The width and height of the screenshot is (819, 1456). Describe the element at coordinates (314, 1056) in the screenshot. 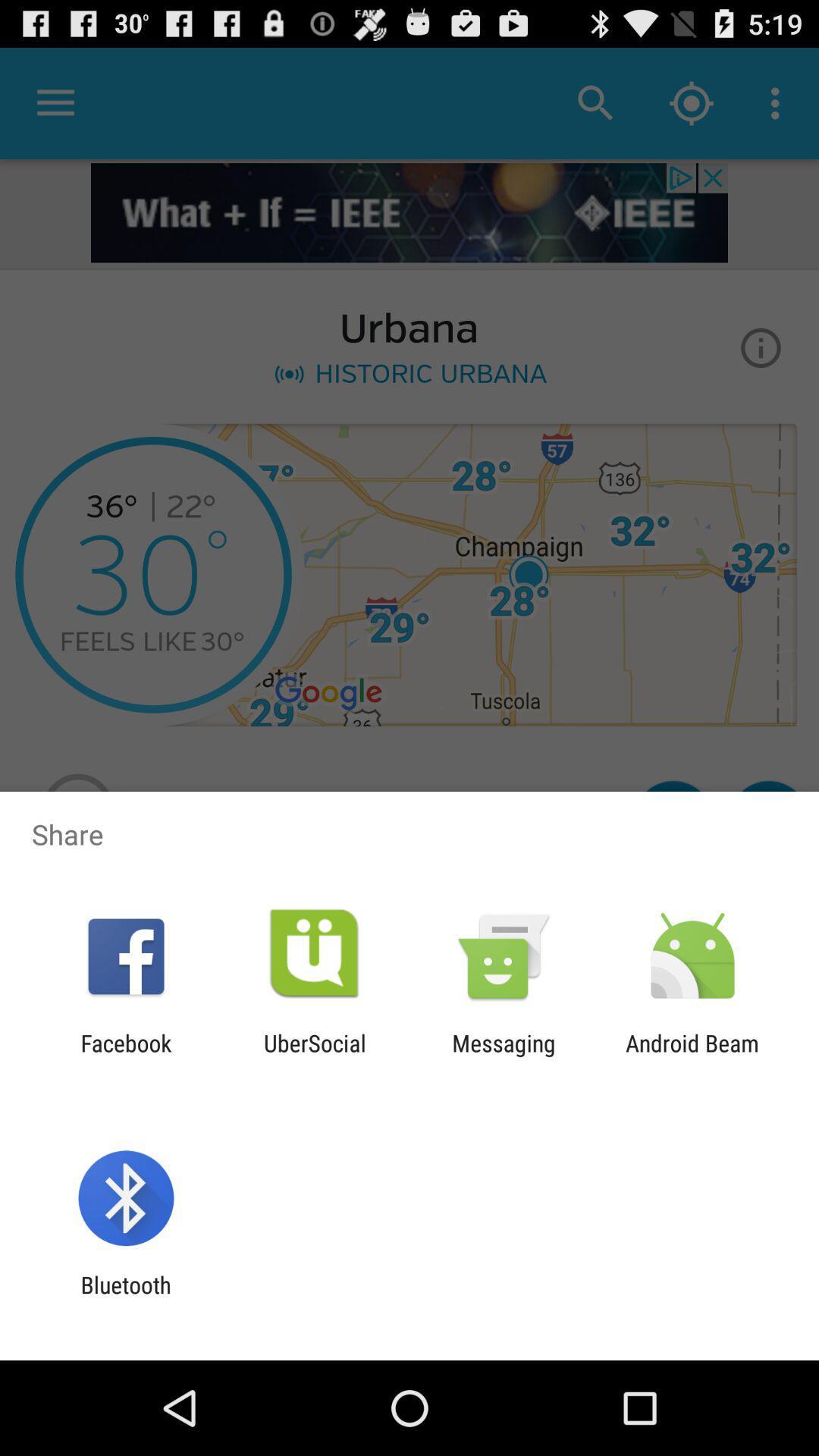

I see `icon to the right of the facebook icon` at that location.